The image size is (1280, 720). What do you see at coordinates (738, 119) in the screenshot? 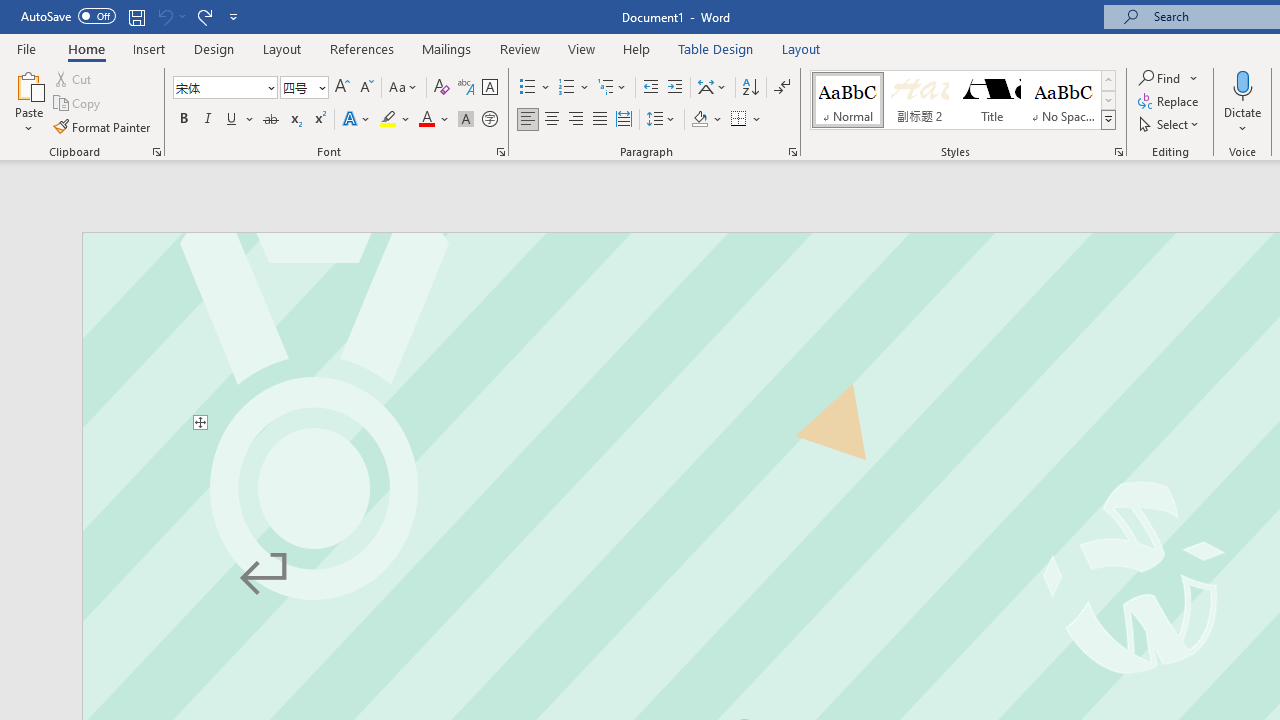
I see `'Borders'` at bounding box center [738, 119].